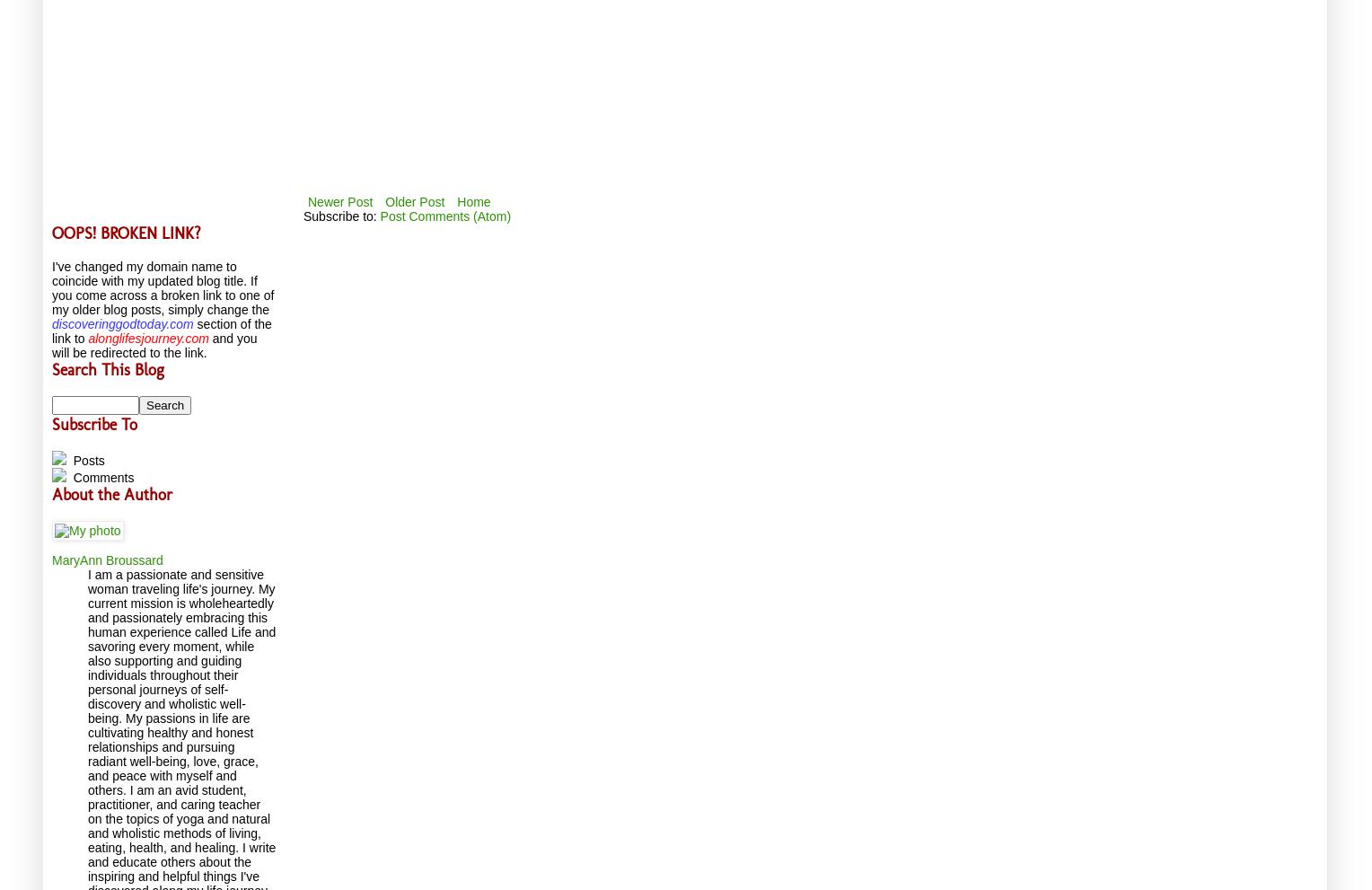  I want to click on 'alonglifesjourney.com', so click(86, 336).